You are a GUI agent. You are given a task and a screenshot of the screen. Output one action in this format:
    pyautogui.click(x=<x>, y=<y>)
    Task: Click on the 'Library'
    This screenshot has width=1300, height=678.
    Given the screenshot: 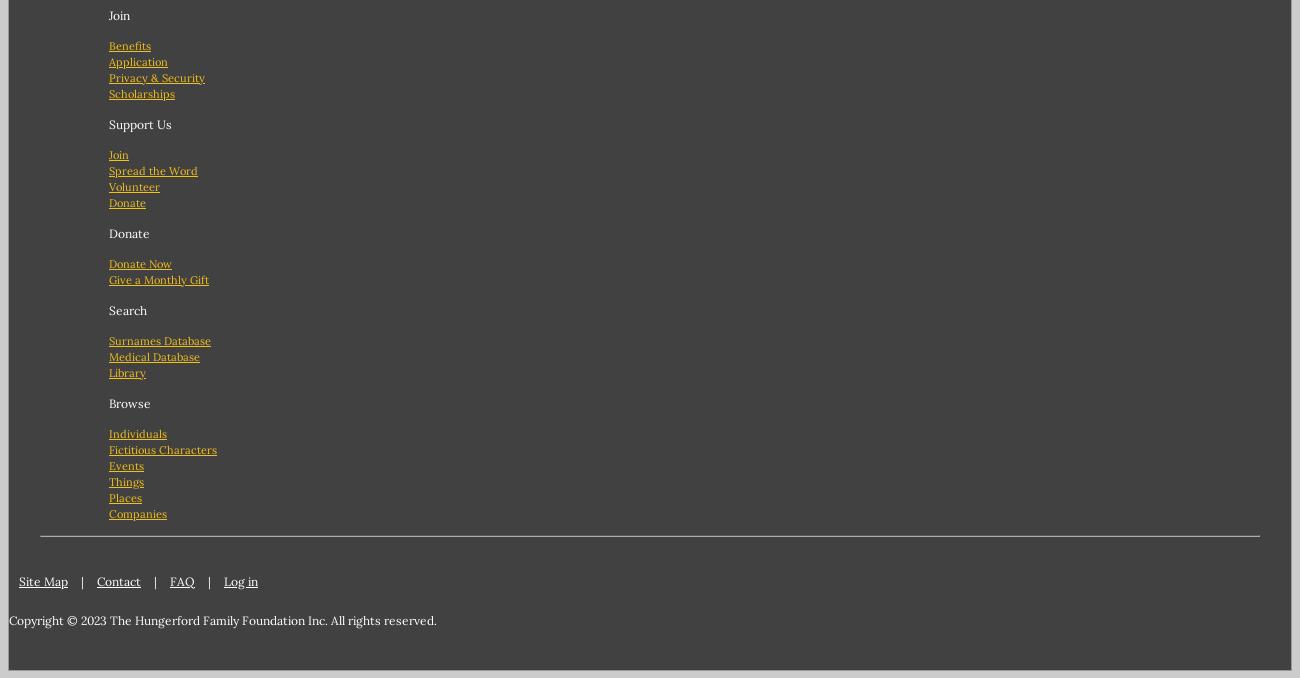 What is the action you would take?
    pyautogui.click(x=126, y=371)
    